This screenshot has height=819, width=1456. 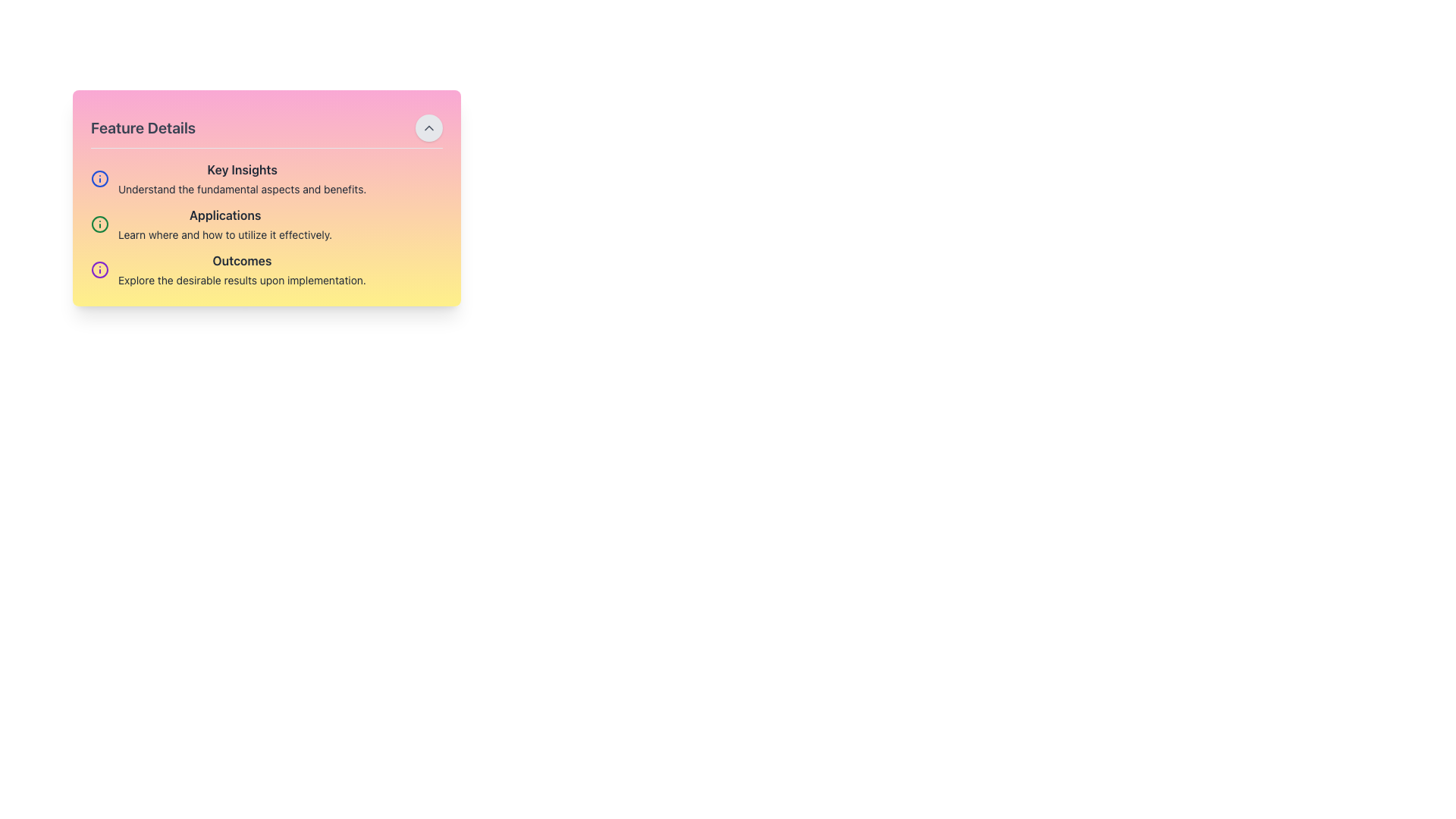 I want to click on the design and color of the icon in the 'Outcomes' section, located to the left of the 'Outcomes' title text, so click(x=99, y=268).